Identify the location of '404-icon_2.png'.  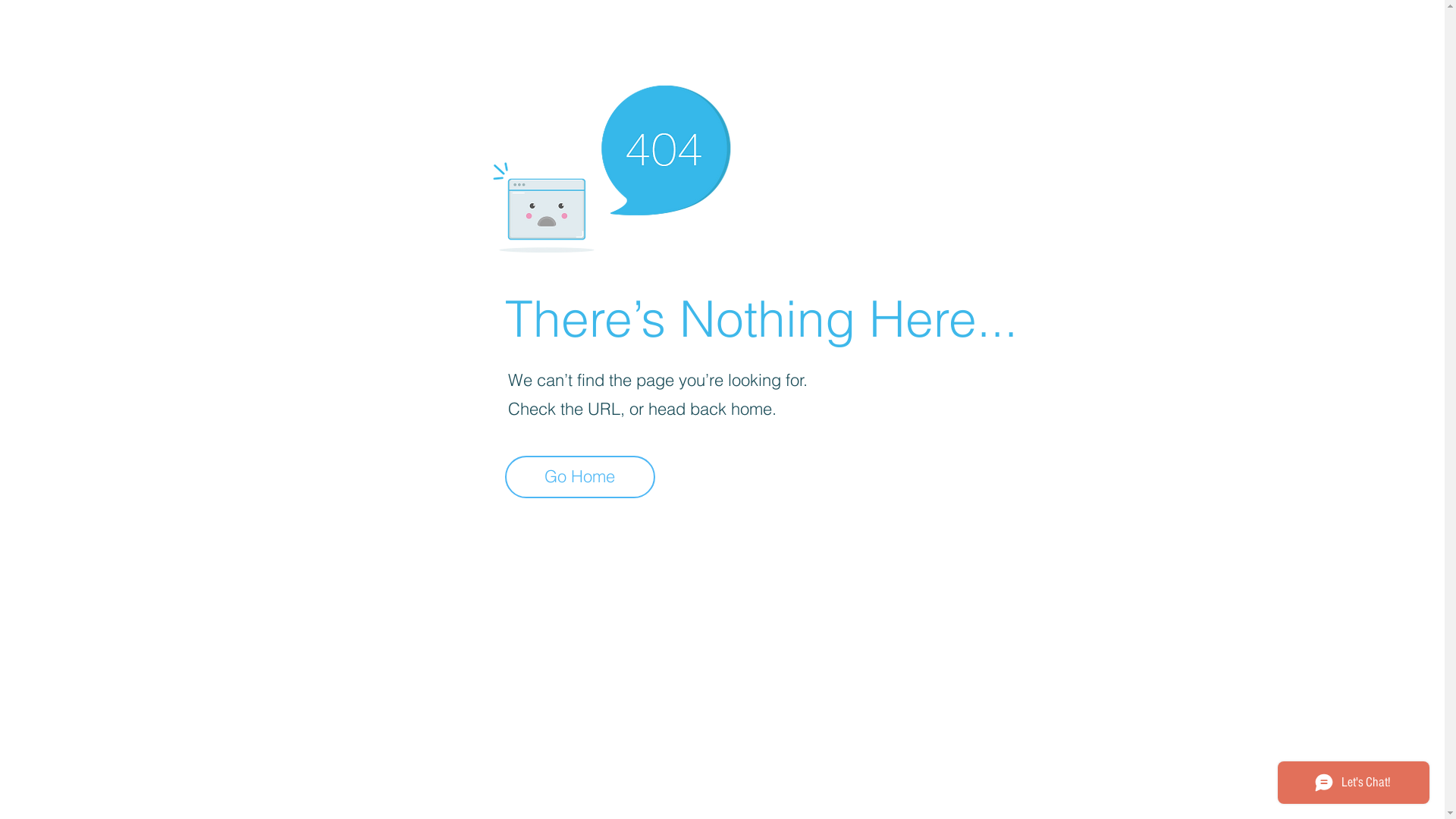
(610, 165).